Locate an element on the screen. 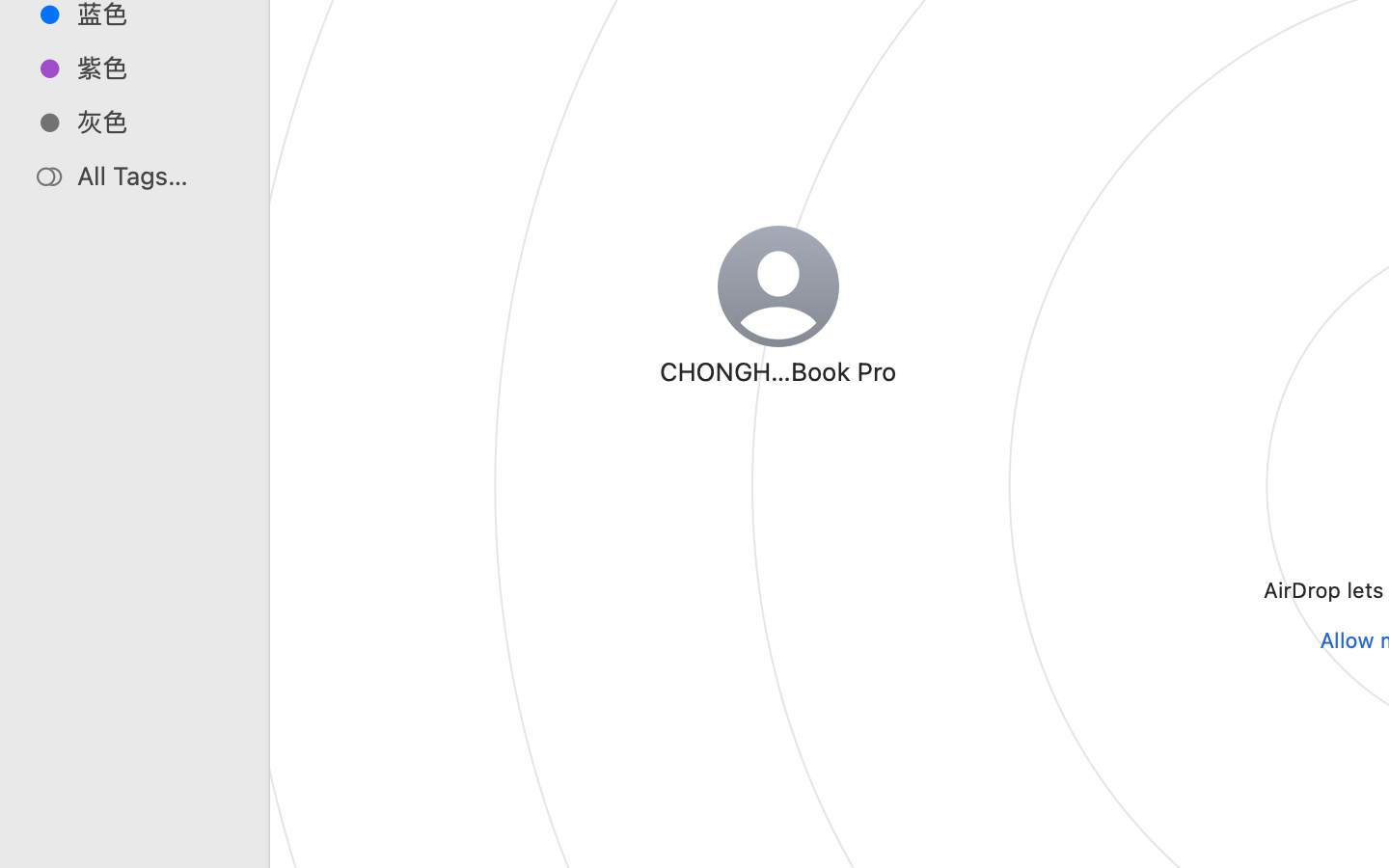  '灰色' is located at coordinates (153, 122).